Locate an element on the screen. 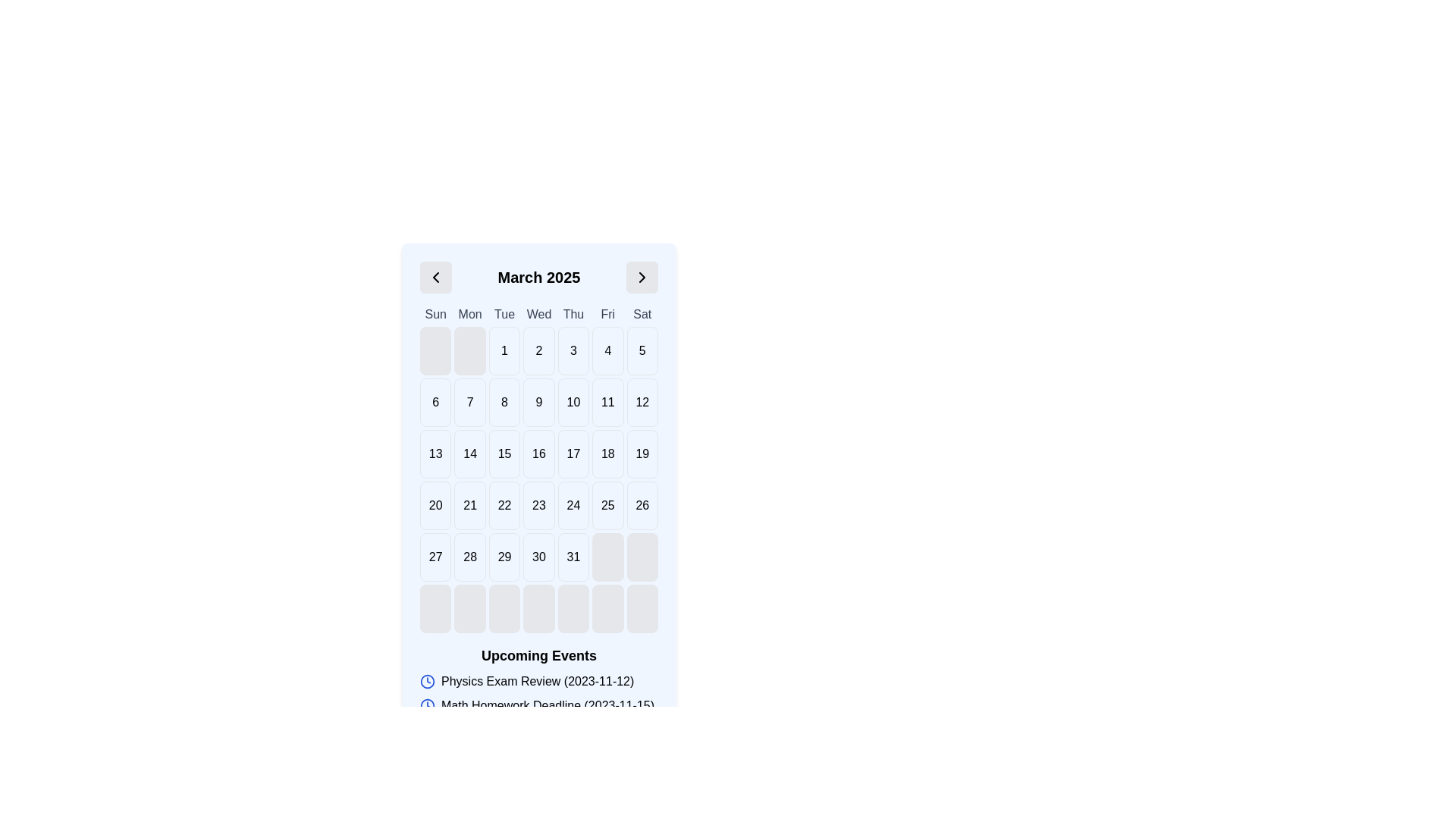  the date cell representing '28' is located at coordinates (469, 557).